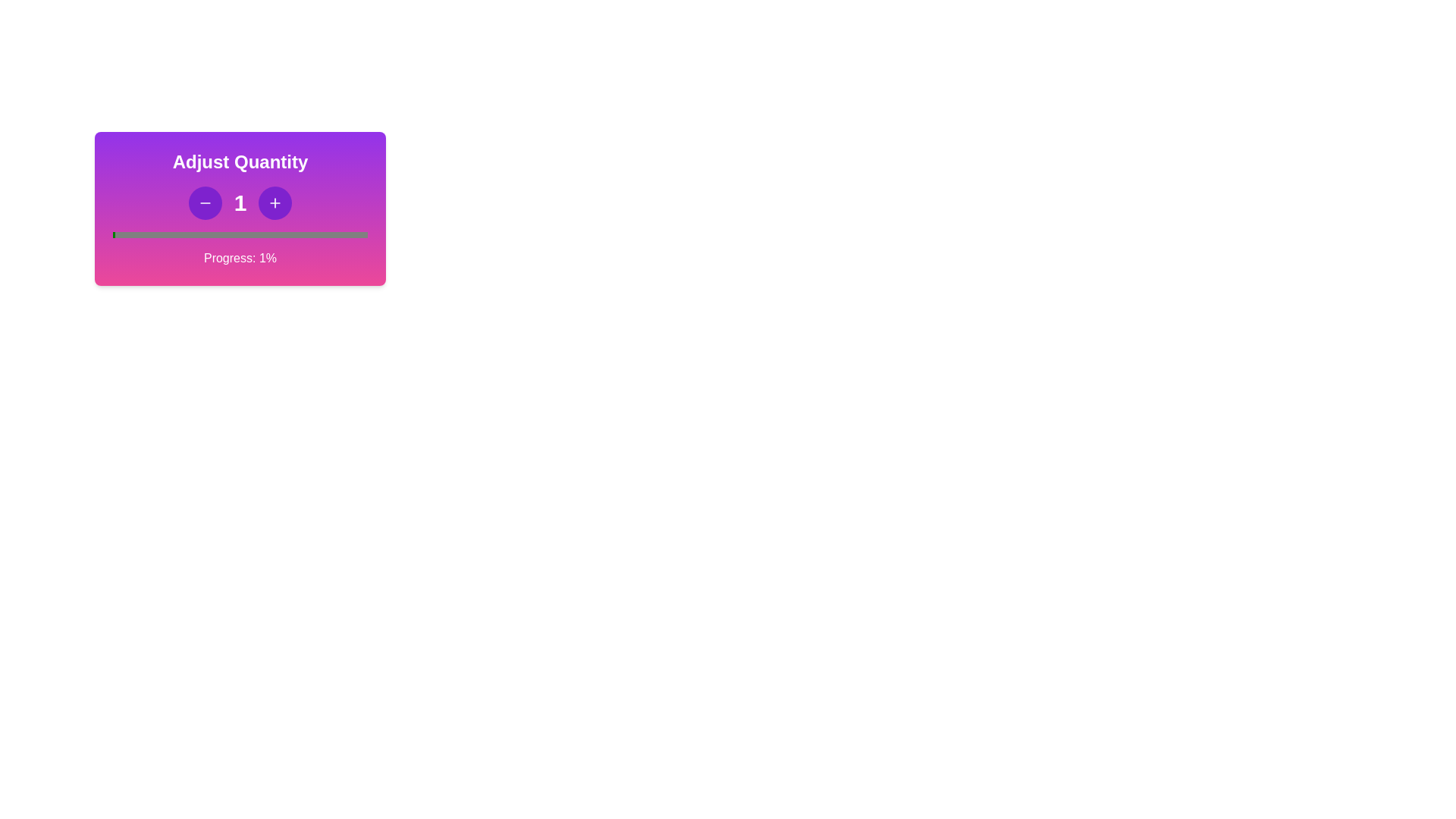 The image size is (1456, 819). What do you see at coordinates (239, 202) in the screenshot?
I see `the numerical digit displayed in large and bold font, which is centrally positioned between the minus and plus buttons in a purple background` at bounding box center [239, 202].